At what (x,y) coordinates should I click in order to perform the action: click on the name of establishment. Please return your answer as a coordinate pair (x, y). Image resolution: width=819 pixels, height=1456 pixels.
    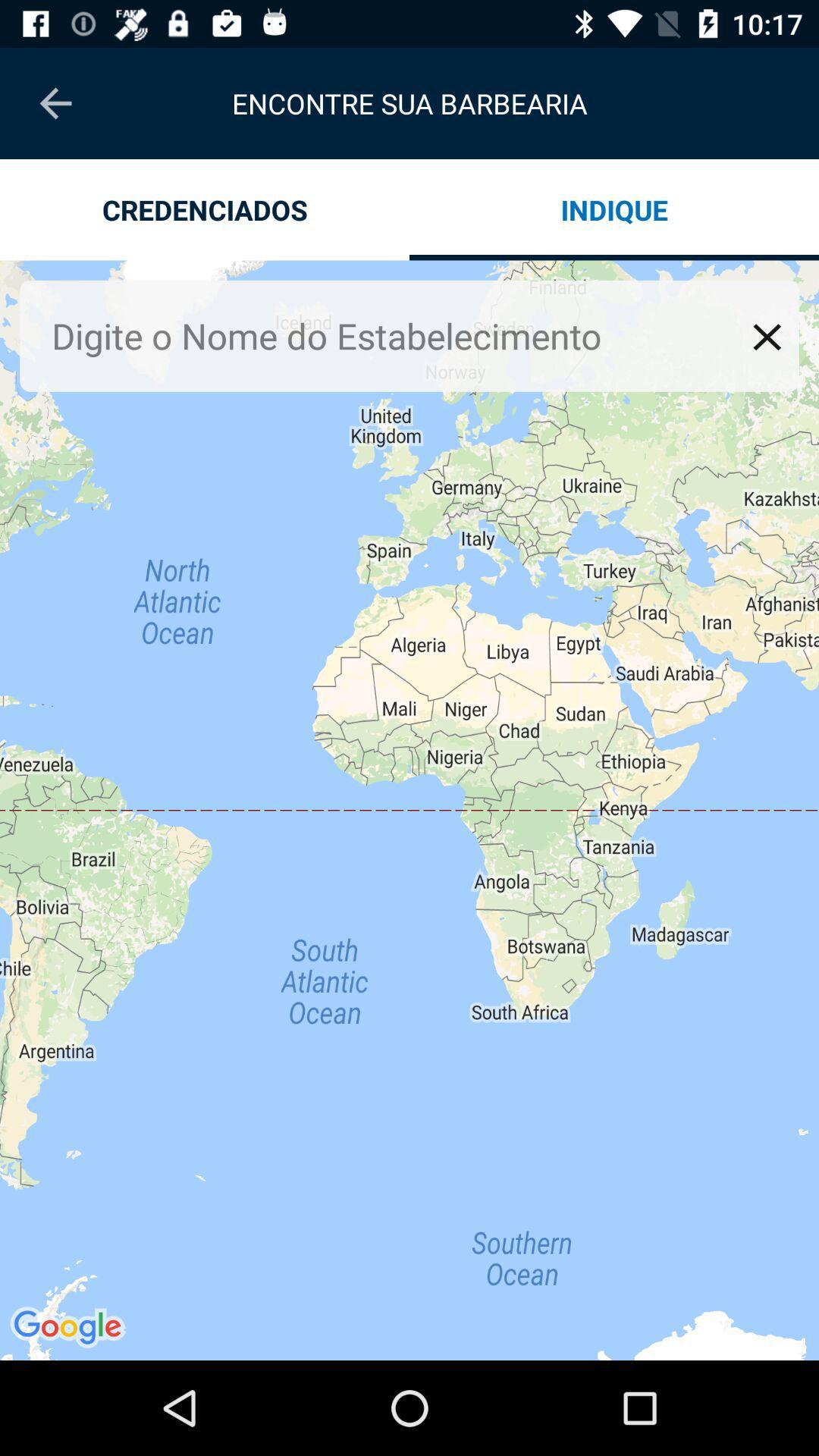
    Looking at the image, I should click on (397, 335).